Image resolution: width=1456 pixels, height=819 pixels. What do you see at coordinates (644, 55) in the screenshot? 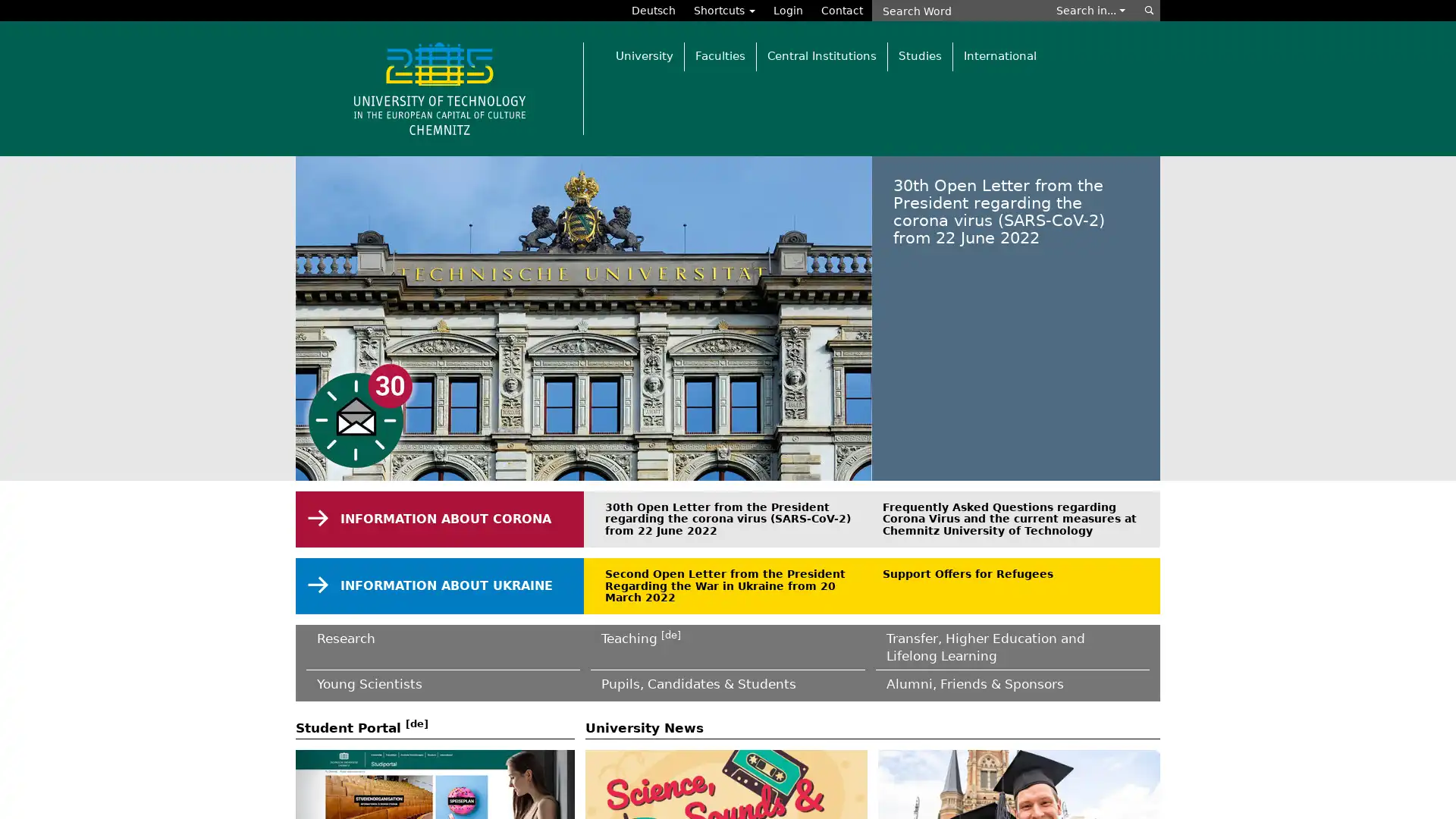
I see `University` at bounding box center [644, 55].